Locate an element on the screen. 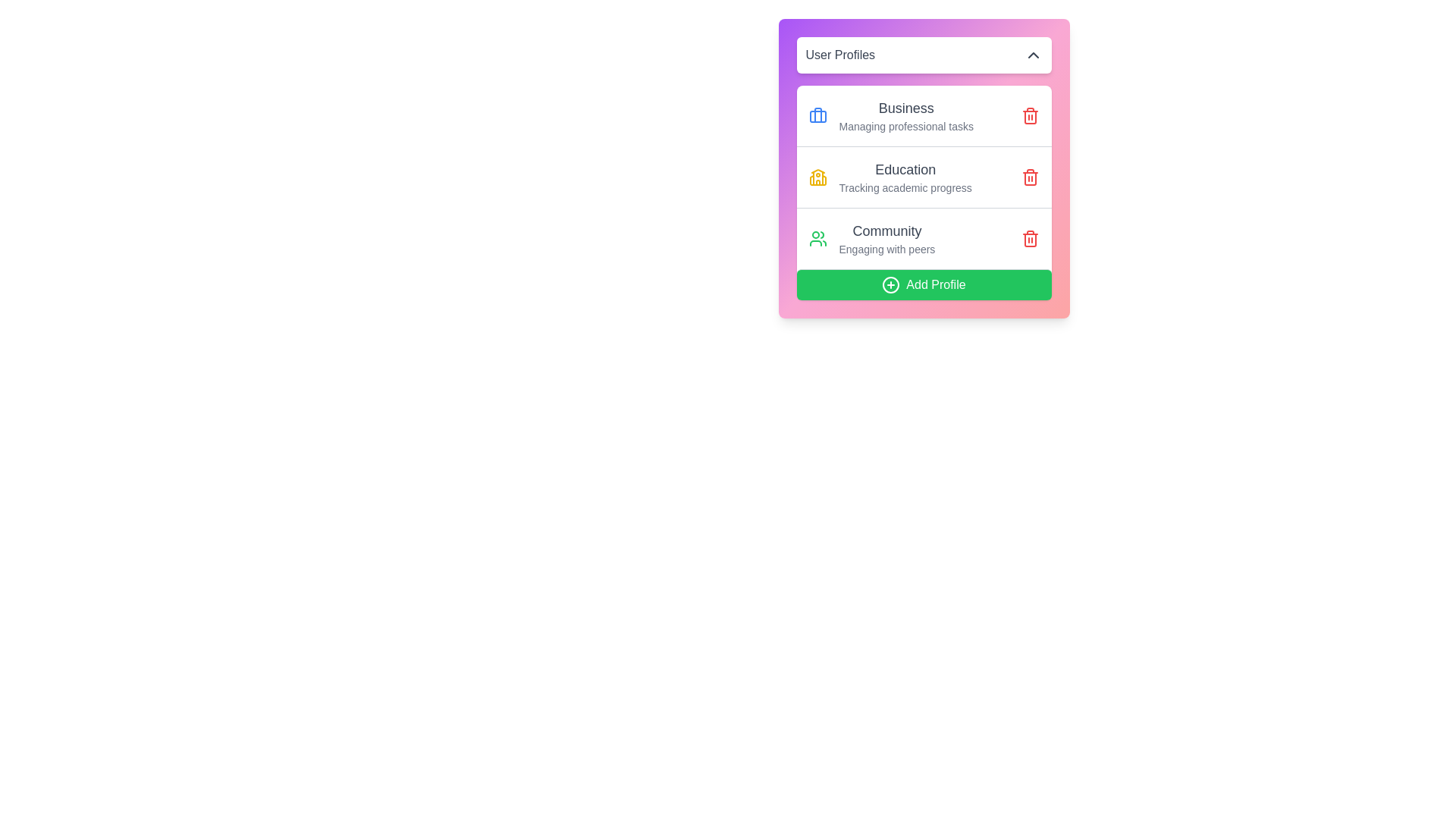  the 'Education' category icon located to the left of the text 'Education Tracking academic progress' in the 'User Profiles' panel, which is the second entry in a vertical list of categories is located at coordinates (817, 177).